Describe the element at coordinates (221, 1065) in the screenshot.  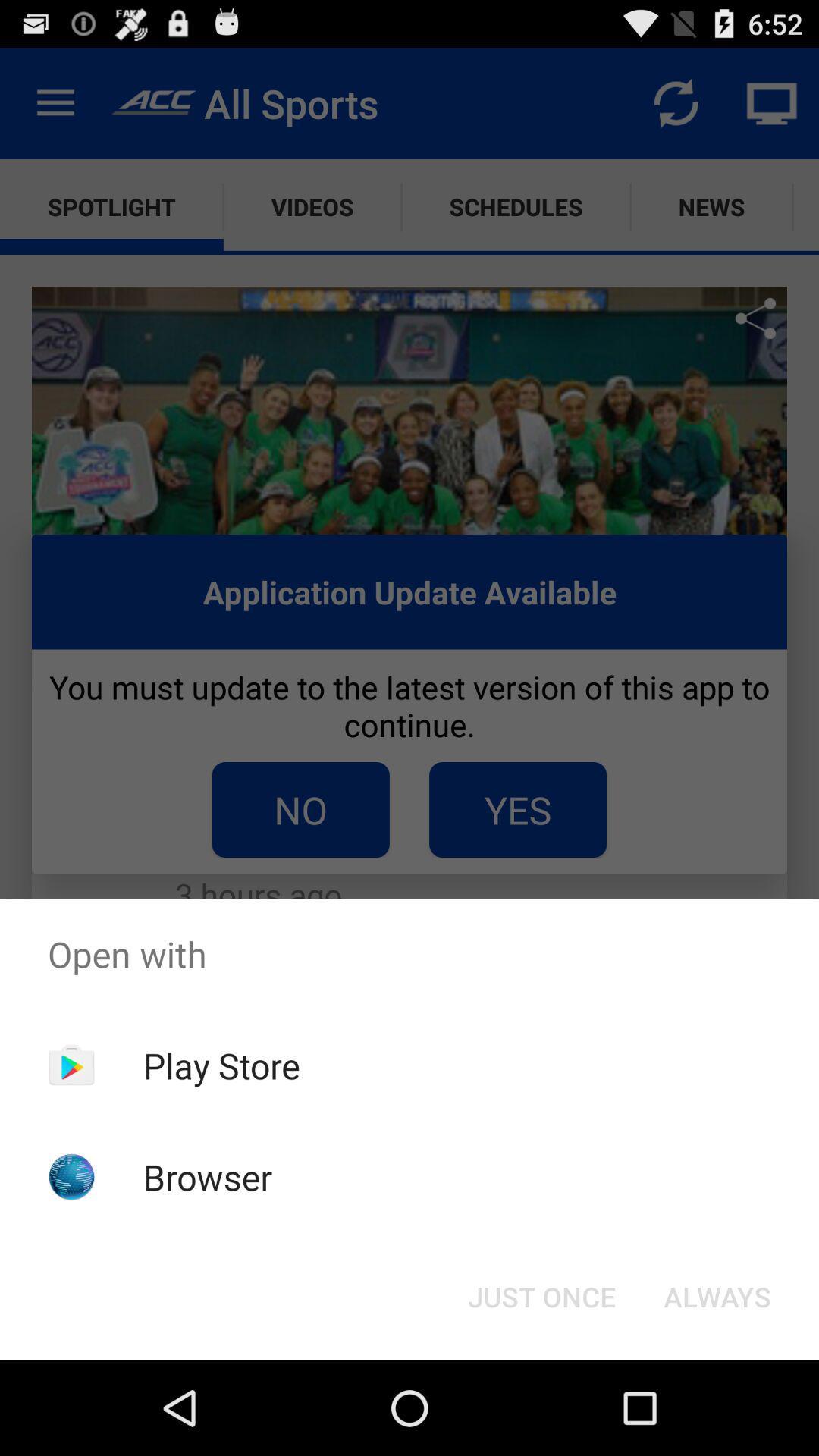
I see `play store` at that location.